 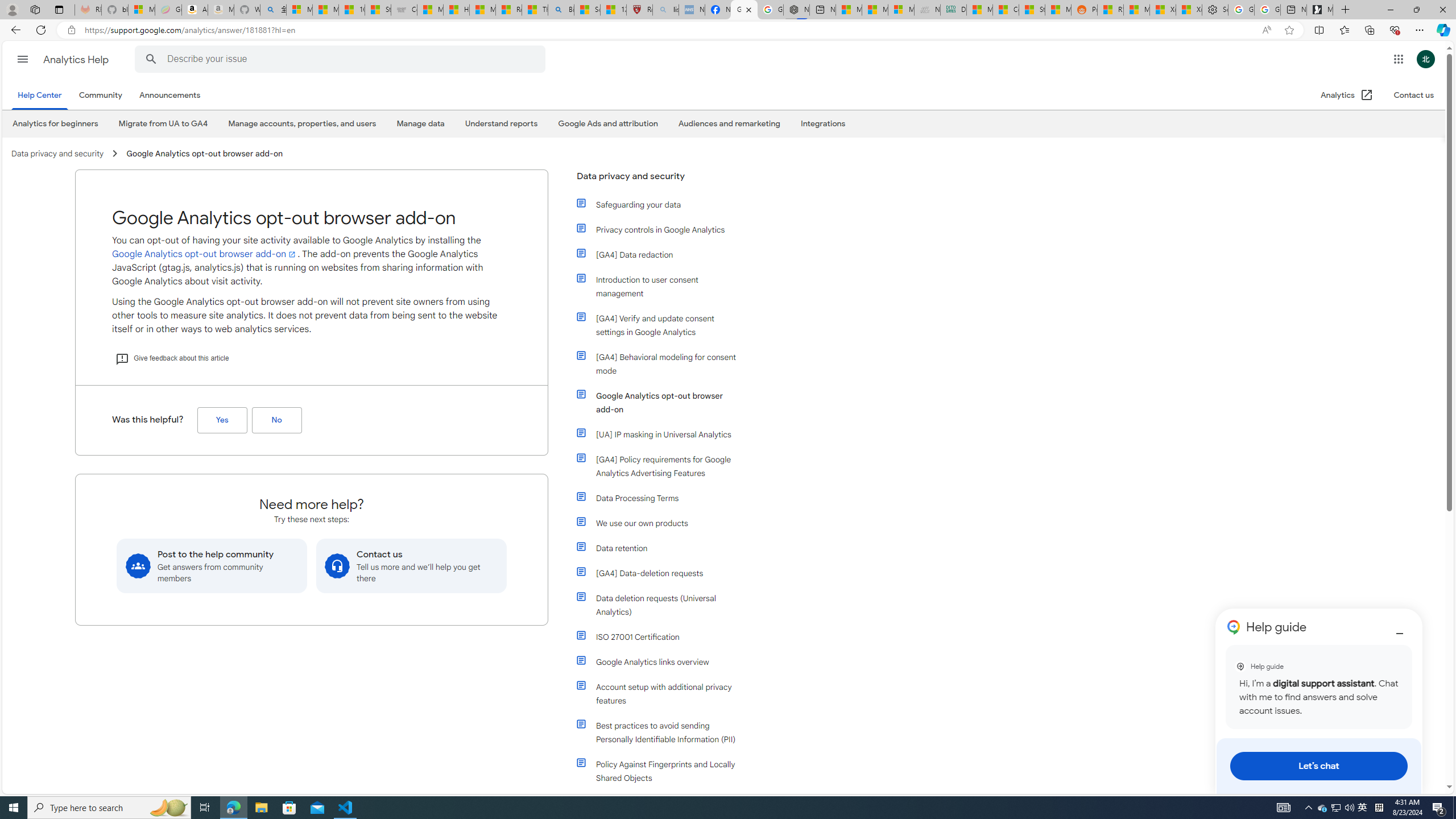 What do you see at coordinates (658, 205) in the screenshot?
I see `'Safeguarding your data'` at bounding box center [658, 205].